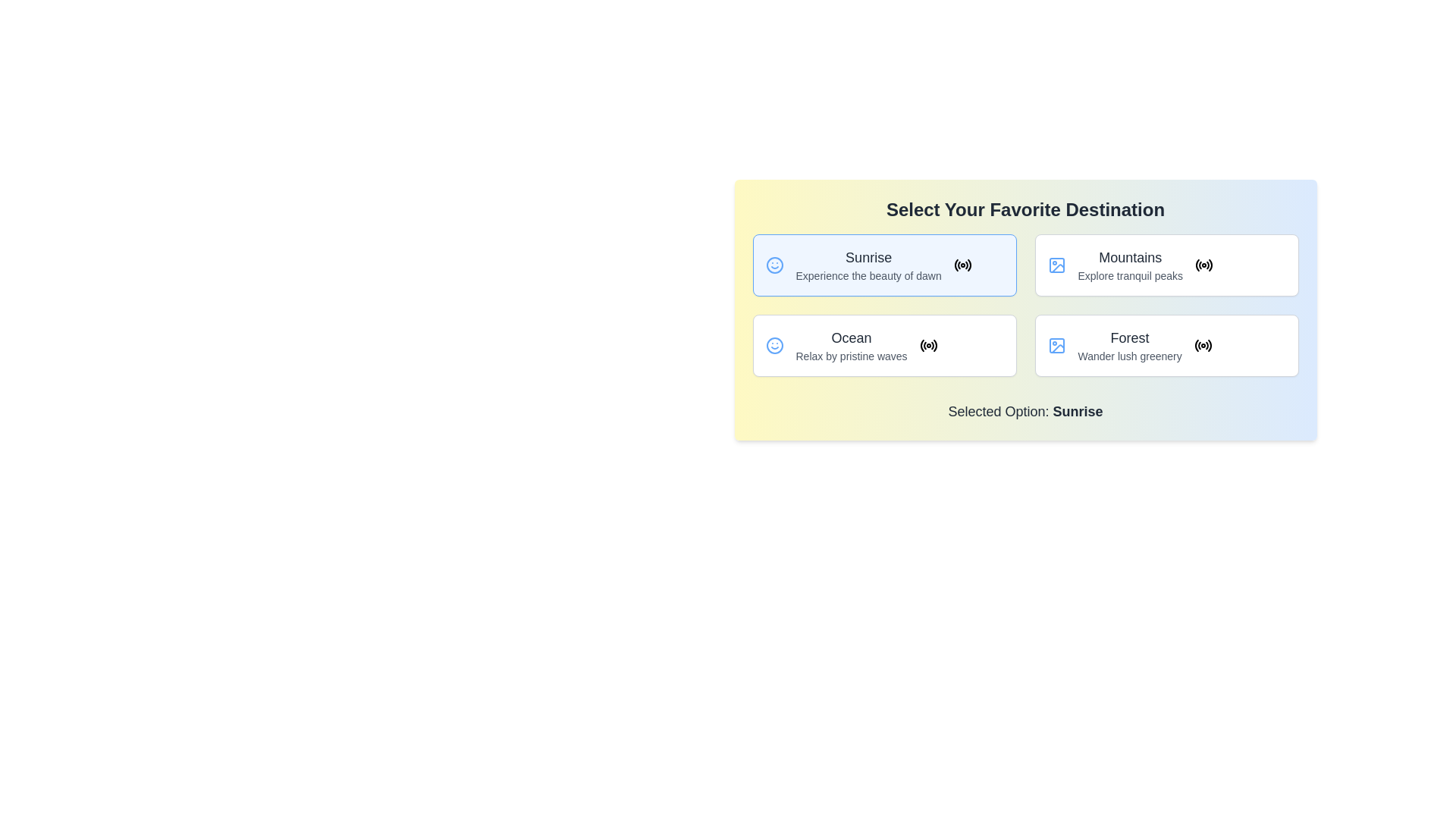  What do you see at coordinates (1056, 265) in the screenshot?
I see `the rectangle with rounded corners that serves as the background of the icon in the 'Mountains' option box` at bounding box center [1056, 265].